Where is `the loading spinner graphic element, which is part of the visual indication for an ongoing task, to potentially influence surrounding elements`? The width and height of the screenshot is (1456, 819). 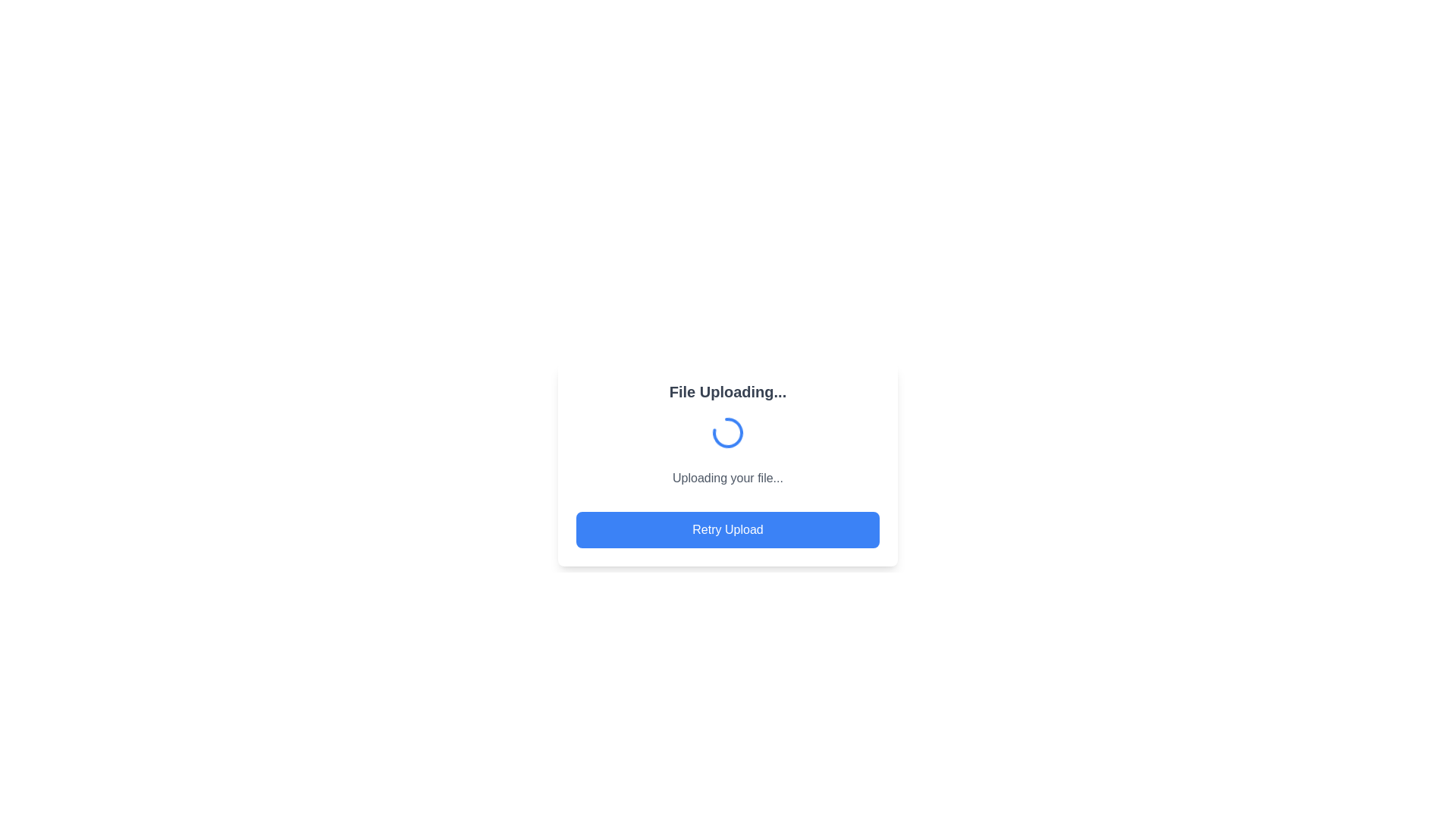 the loading spinner graphic element, which is part of the visual indication for an ongoing task, to potentially influence surrounding elements is located at coordinates (728, 432).